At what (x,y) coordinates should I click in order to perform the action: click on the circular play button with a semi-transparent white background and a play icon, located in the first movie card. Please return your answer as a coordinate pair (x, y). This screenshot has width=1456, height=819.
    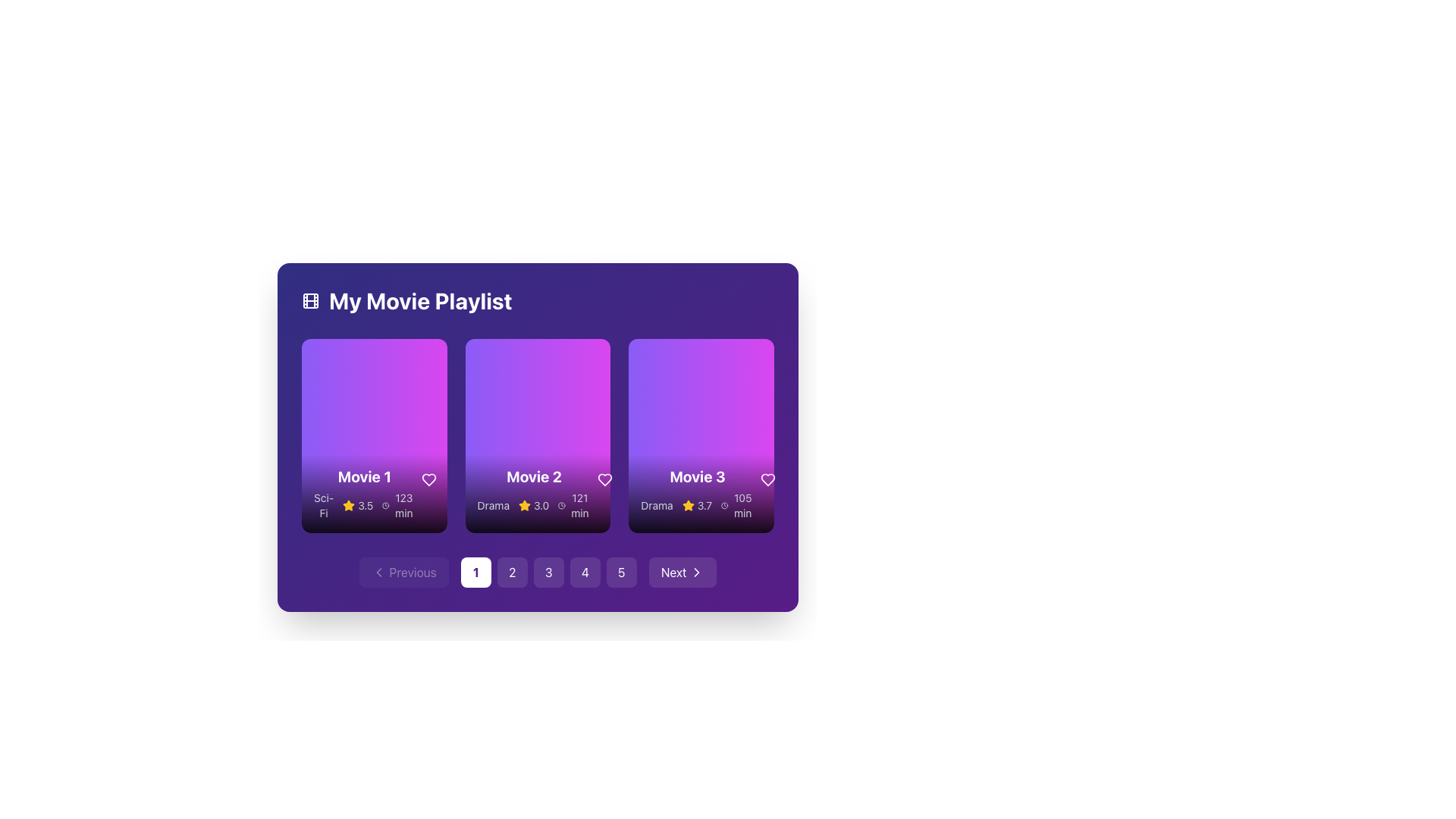
    Looking at the image, I should click on (374, 435).